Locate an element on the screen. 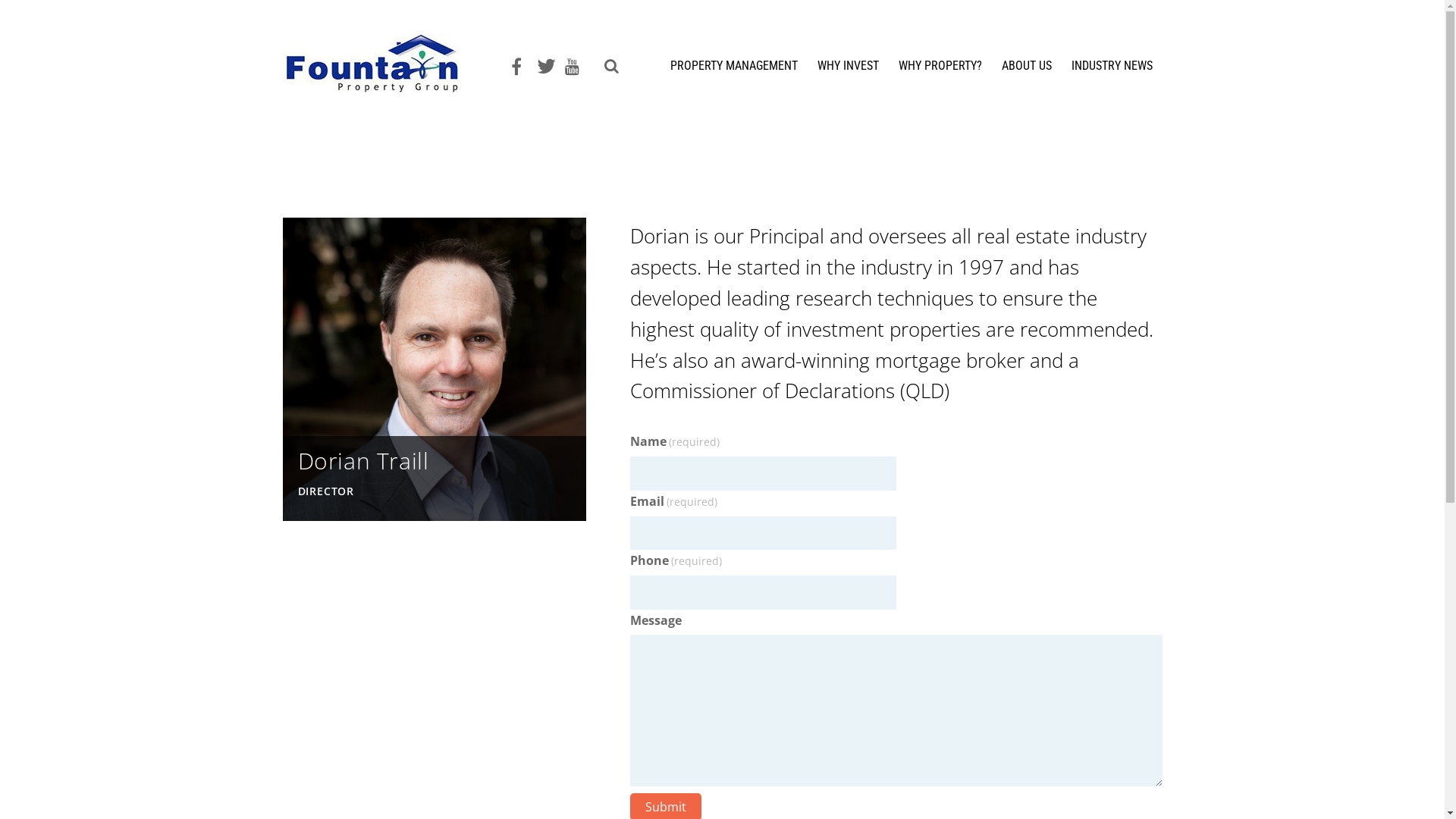  'ABOUT US' is located at coordinates (1026, 71).